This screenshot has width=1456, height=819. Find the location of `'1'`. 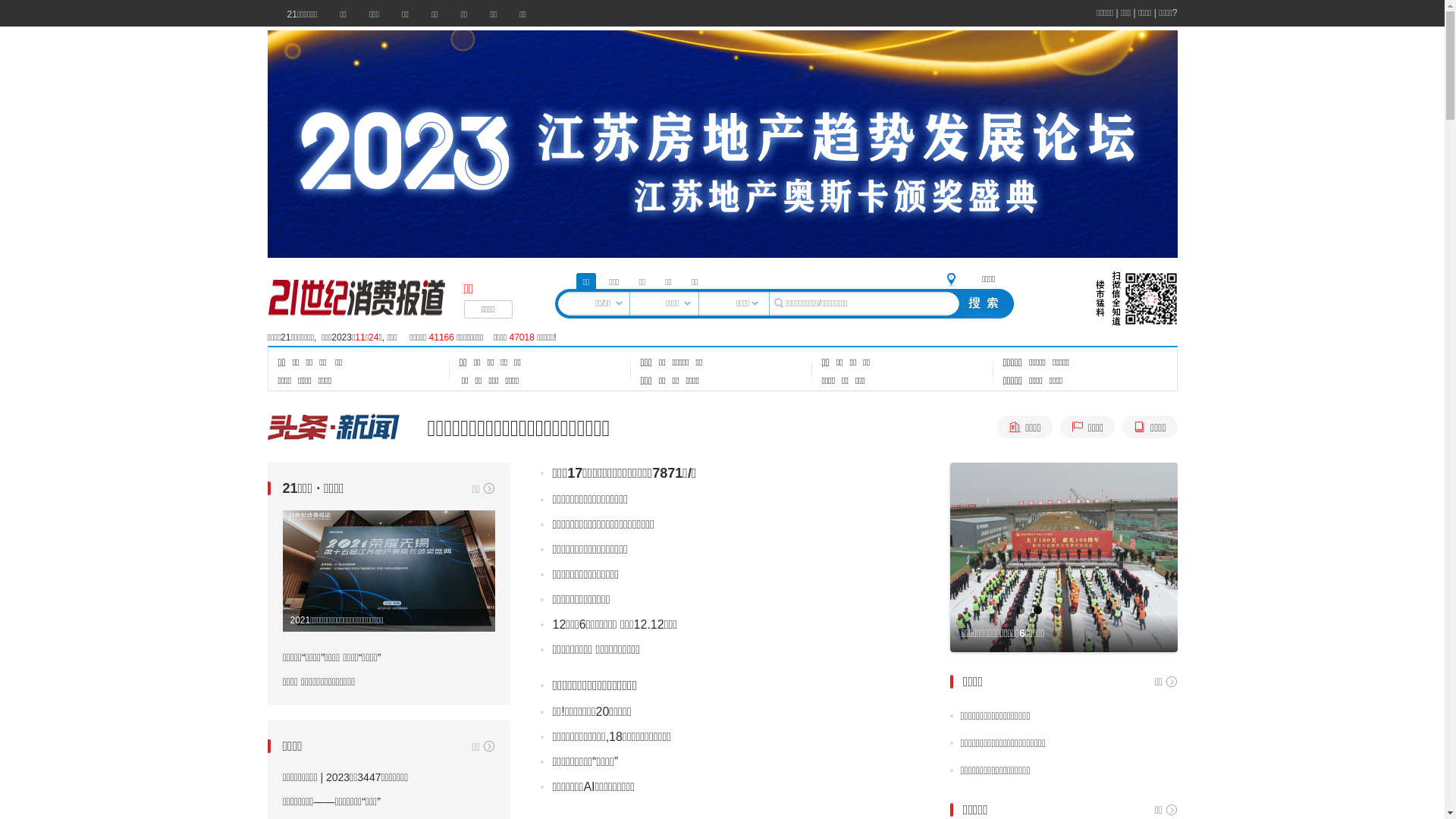

'1' is located at coordinates (1020, 609).